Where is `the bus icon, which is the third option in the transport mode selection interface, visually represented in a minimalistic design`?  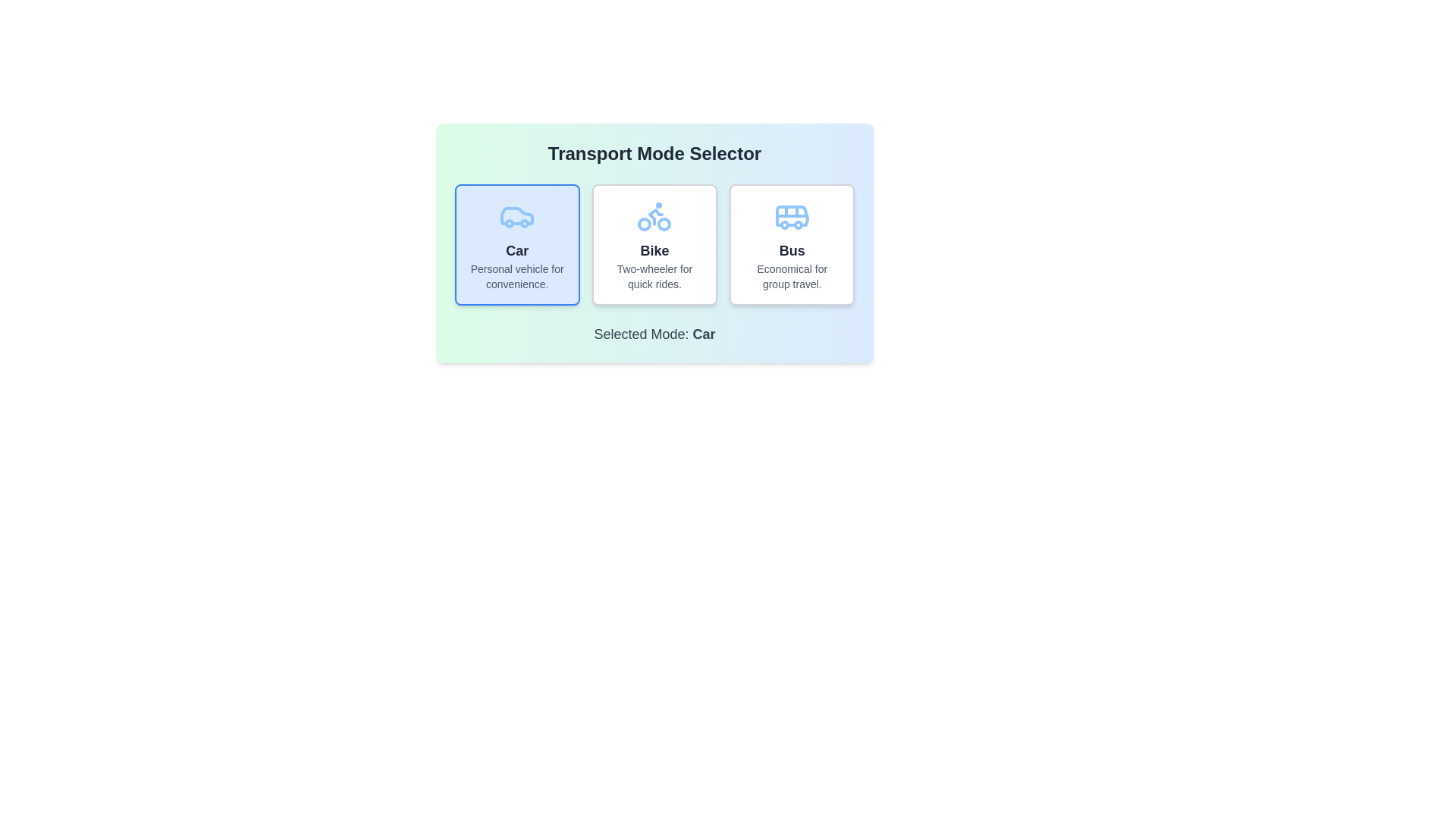
the bus icon, which is the third option in the transport mode selection interface, visually represented in a minimalistic design is located at coordinates (791, 216).